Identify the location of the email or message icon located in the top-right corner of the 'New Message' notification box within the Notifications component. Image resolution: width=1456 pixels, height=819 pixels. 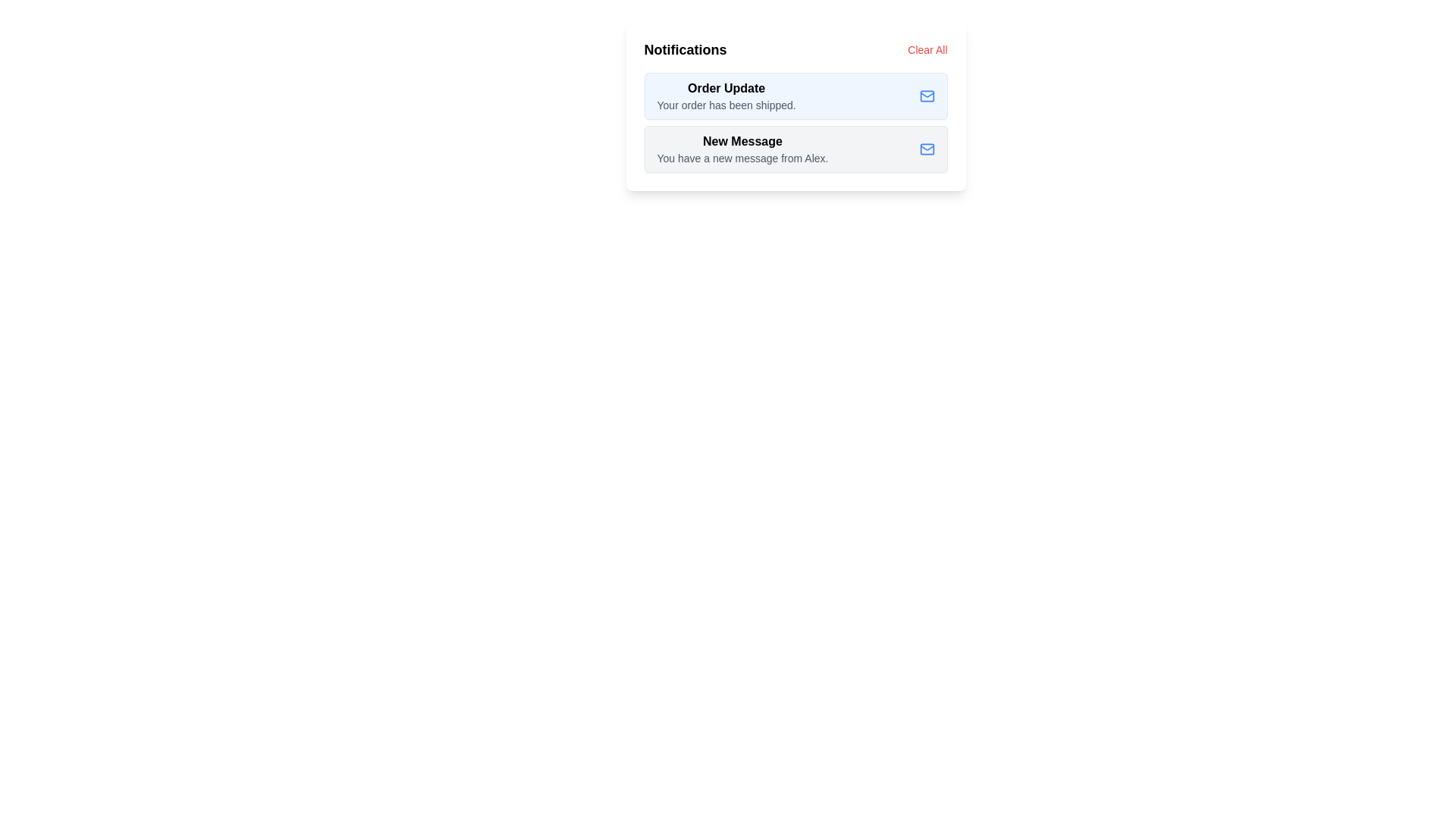
(926, 149).